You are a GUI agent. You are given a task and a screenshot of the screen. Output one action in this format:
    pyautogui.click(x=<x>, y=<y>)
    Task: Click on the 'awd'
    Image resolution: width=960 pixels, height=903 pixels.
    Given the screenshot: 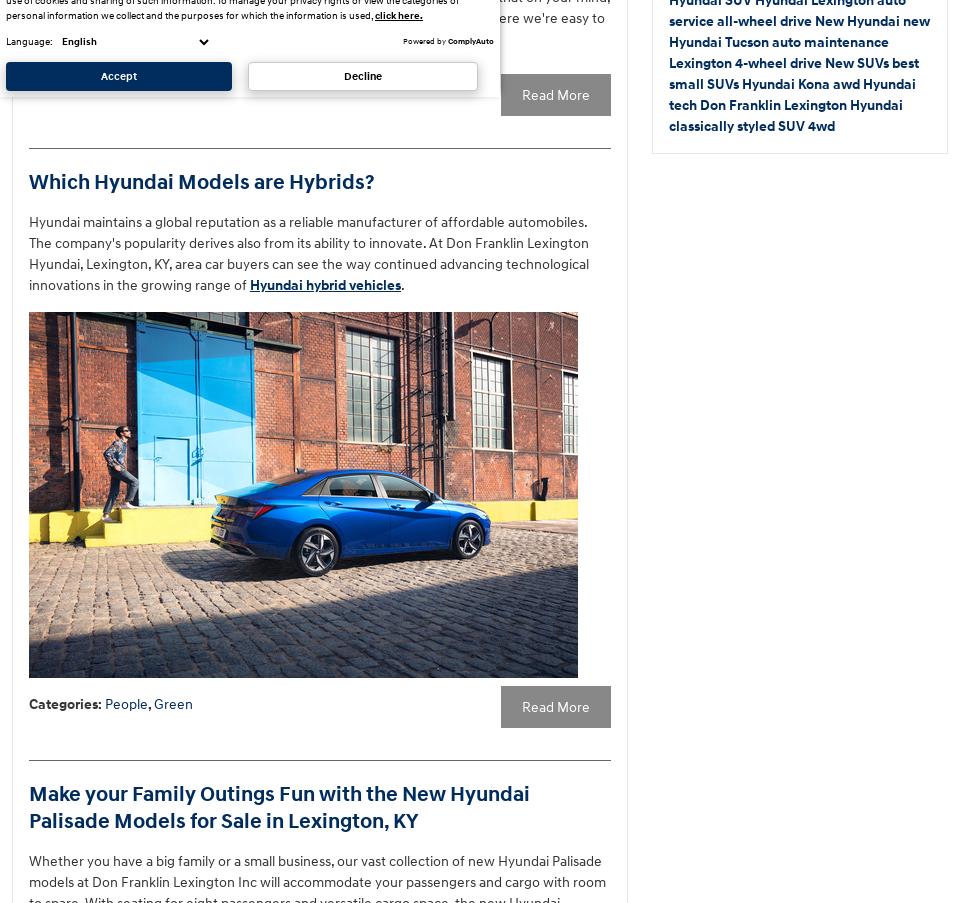 What is the action you would take?
    pyautogui.click(x=846, y=83)
    